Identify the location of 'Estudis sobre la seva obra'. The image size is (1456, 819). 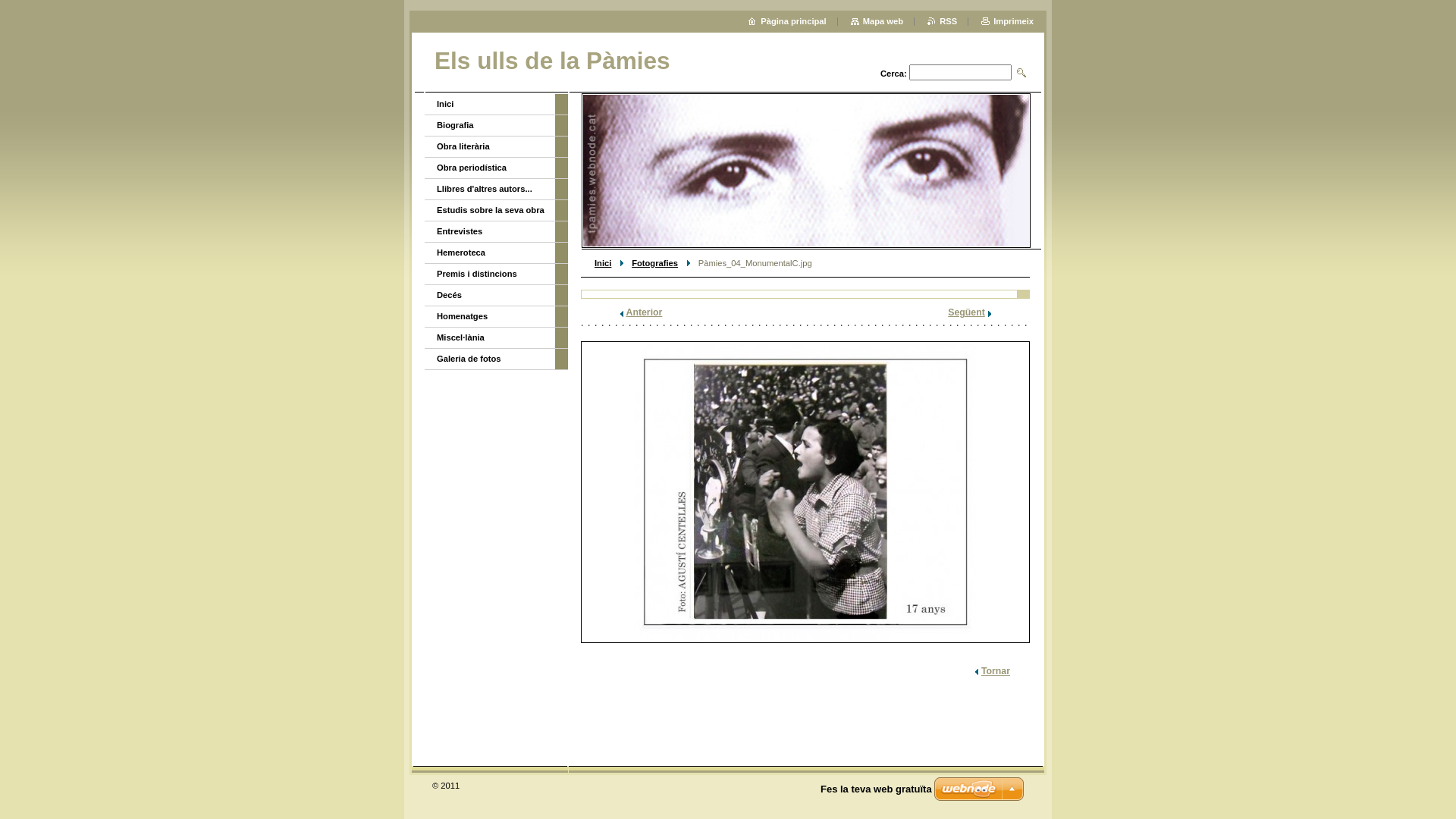
(490, 210).